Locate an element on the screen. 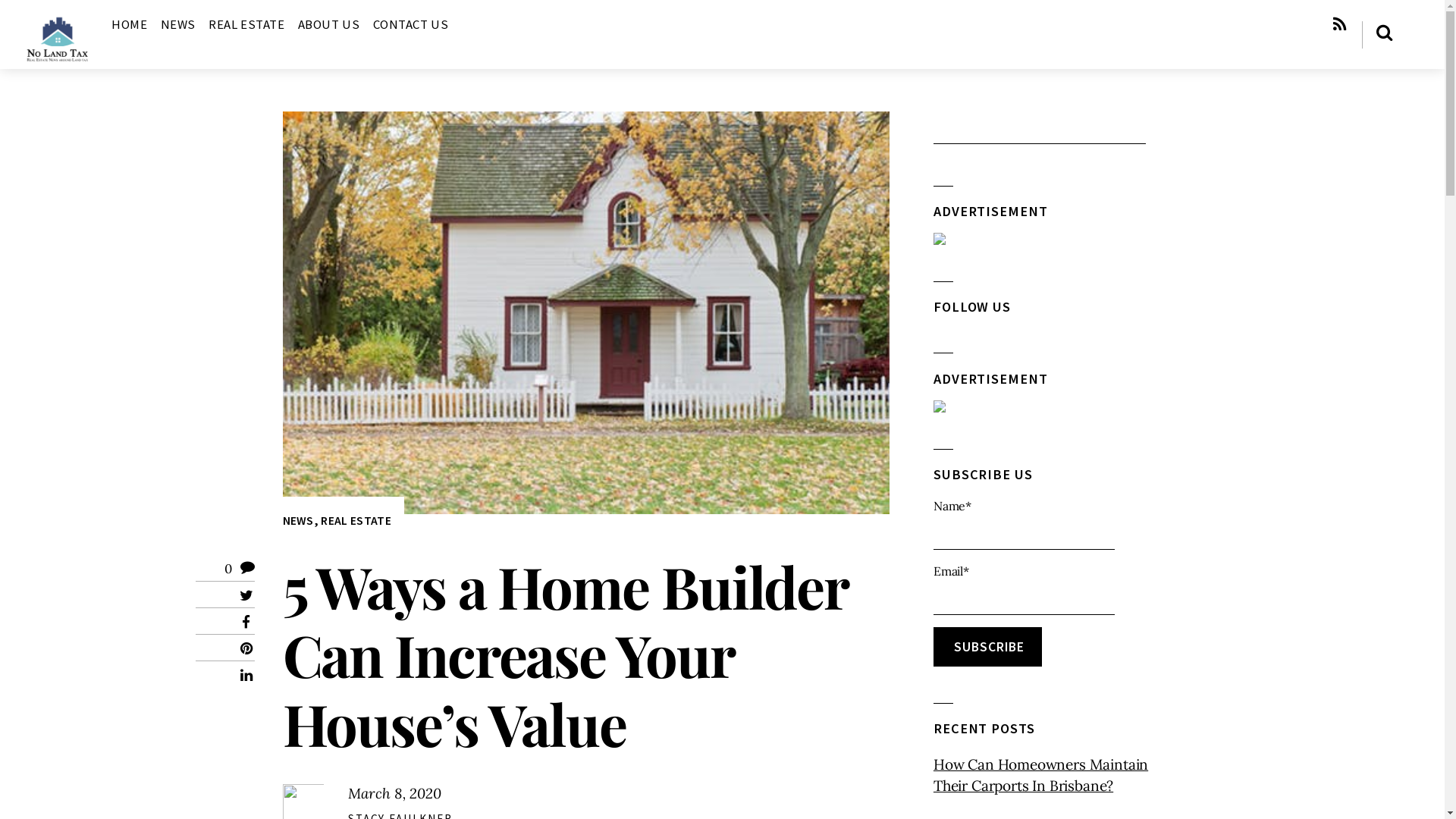 Image resolution: width=1456 pixels, height=819 pixels. 'How Can Homeowners Maintain Their Carports In Brisbane?' is located at coordinates (1047, 775).